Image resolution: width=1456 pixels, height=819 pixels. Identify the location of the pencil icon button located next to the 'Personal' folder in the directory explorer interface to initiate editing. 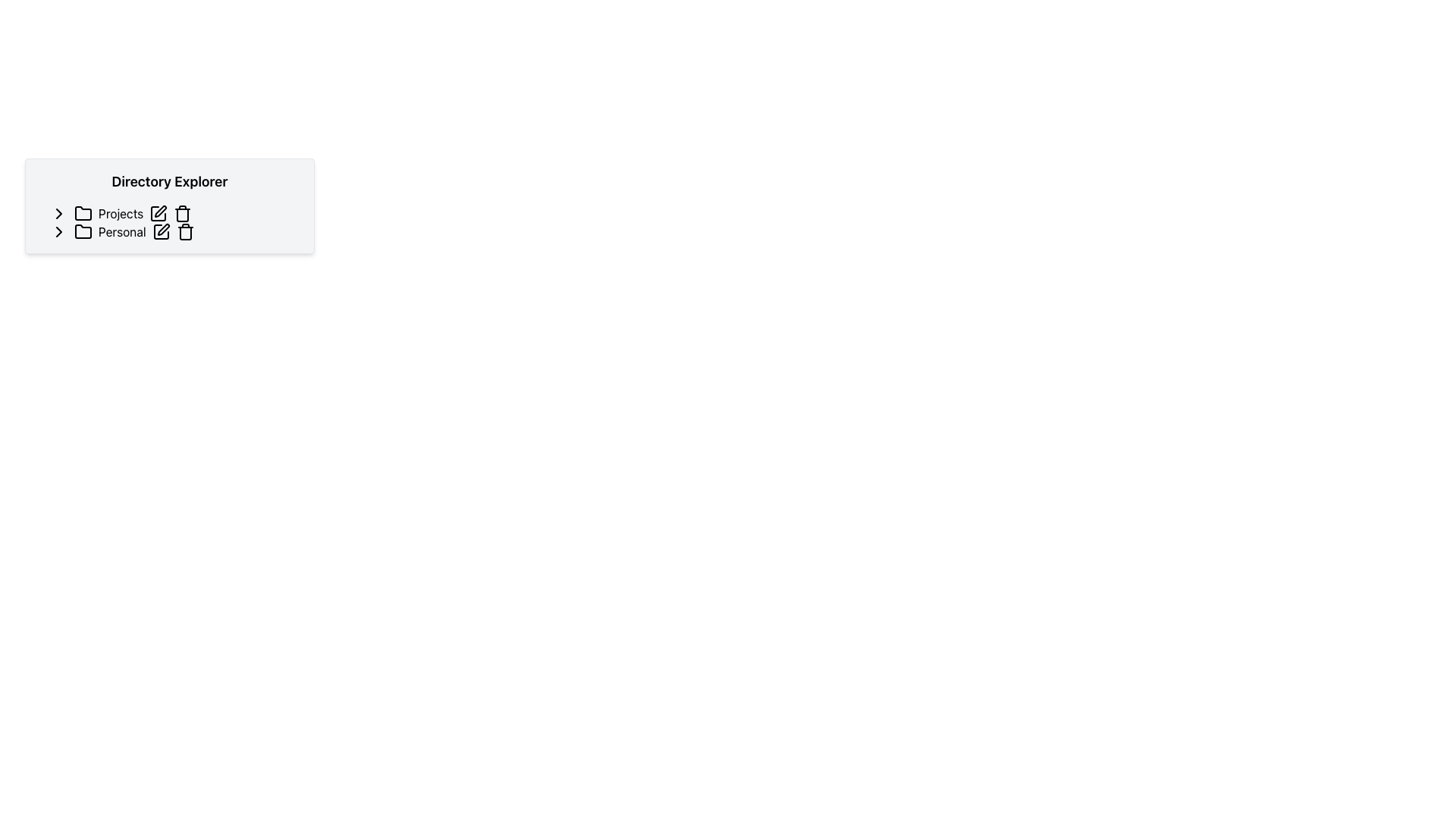
(161, 231).